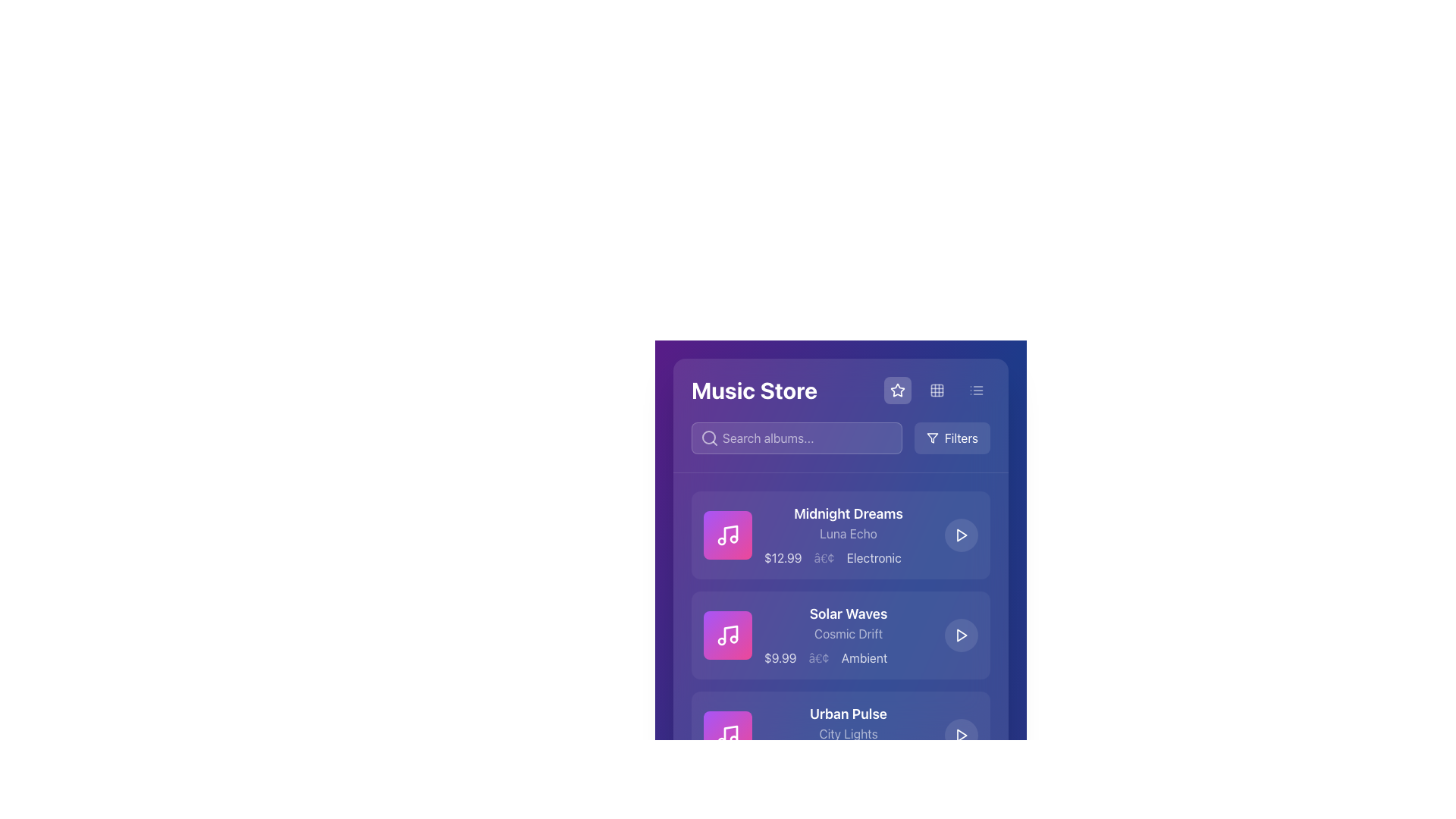 The height and width of the screenshot is (819, 1456). What do you see at coordinates (847, 558) in the screenshot?
I see `text displayed below the album title 'Midnight Dreams Luna Echo', which conveys the price and genre of the album` at bounding box center [847, 558].